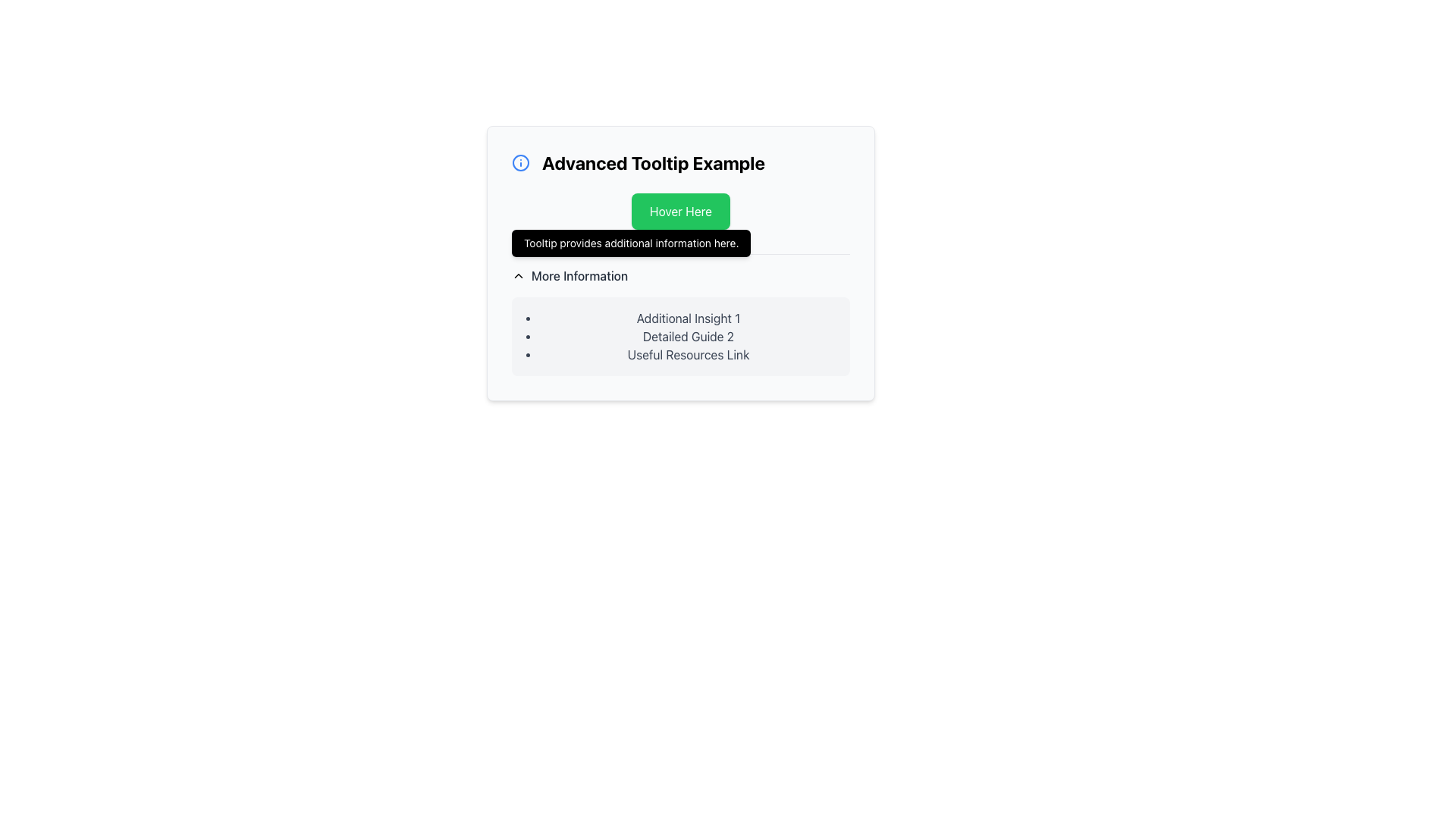 The height and width of the screenshot is (819, 1456). I want to click on the Collapsible Header with Text labeled 'More Information', so click(569, 275).